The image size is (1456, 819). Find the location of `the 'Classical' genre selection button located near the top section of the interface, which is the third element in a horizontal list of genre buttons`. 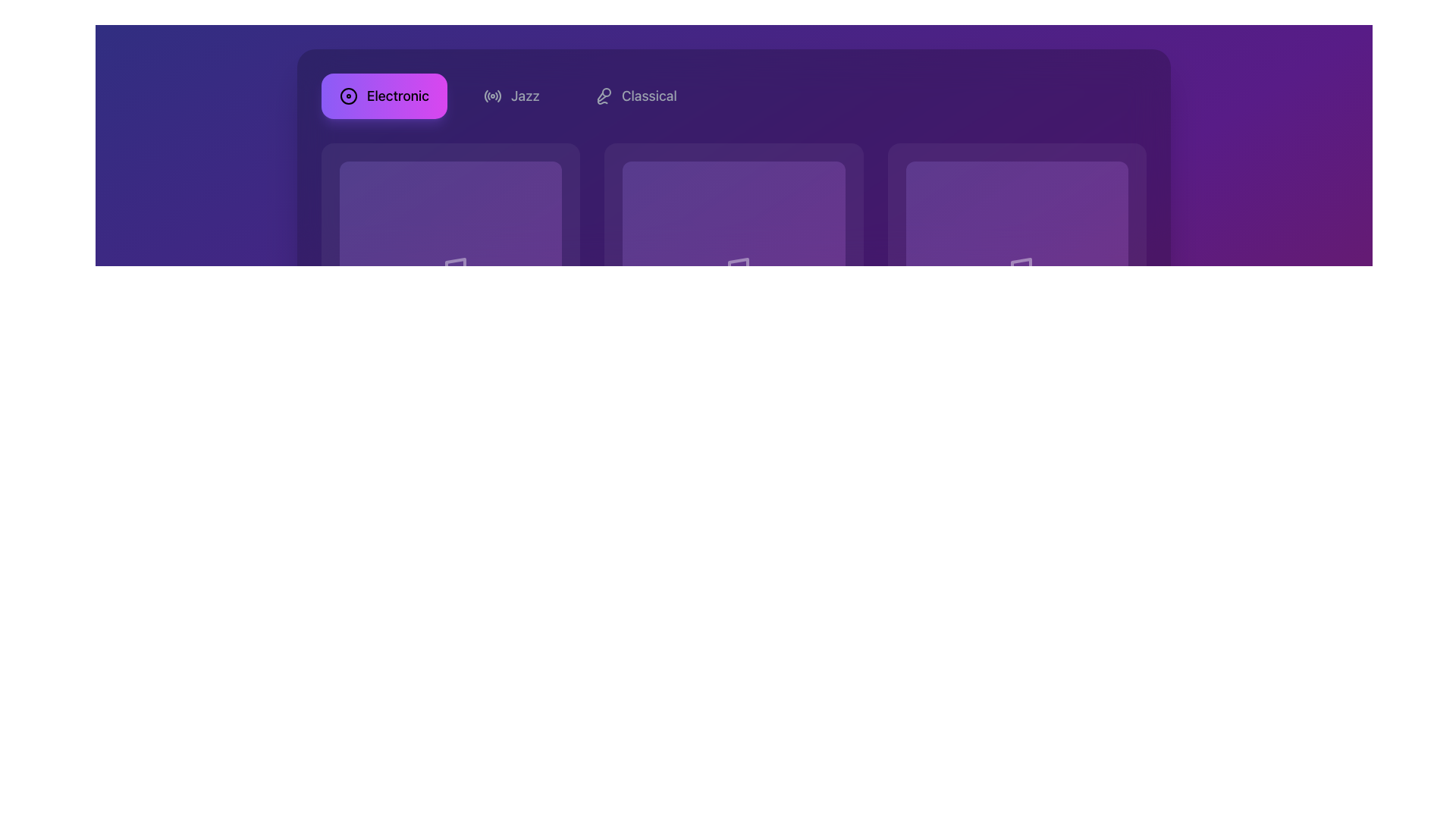

the 'Classical' genre selection button located near the top section of the interface, which is the third element in a horizontal list of genre buttons is located at coordinates (635, 96).